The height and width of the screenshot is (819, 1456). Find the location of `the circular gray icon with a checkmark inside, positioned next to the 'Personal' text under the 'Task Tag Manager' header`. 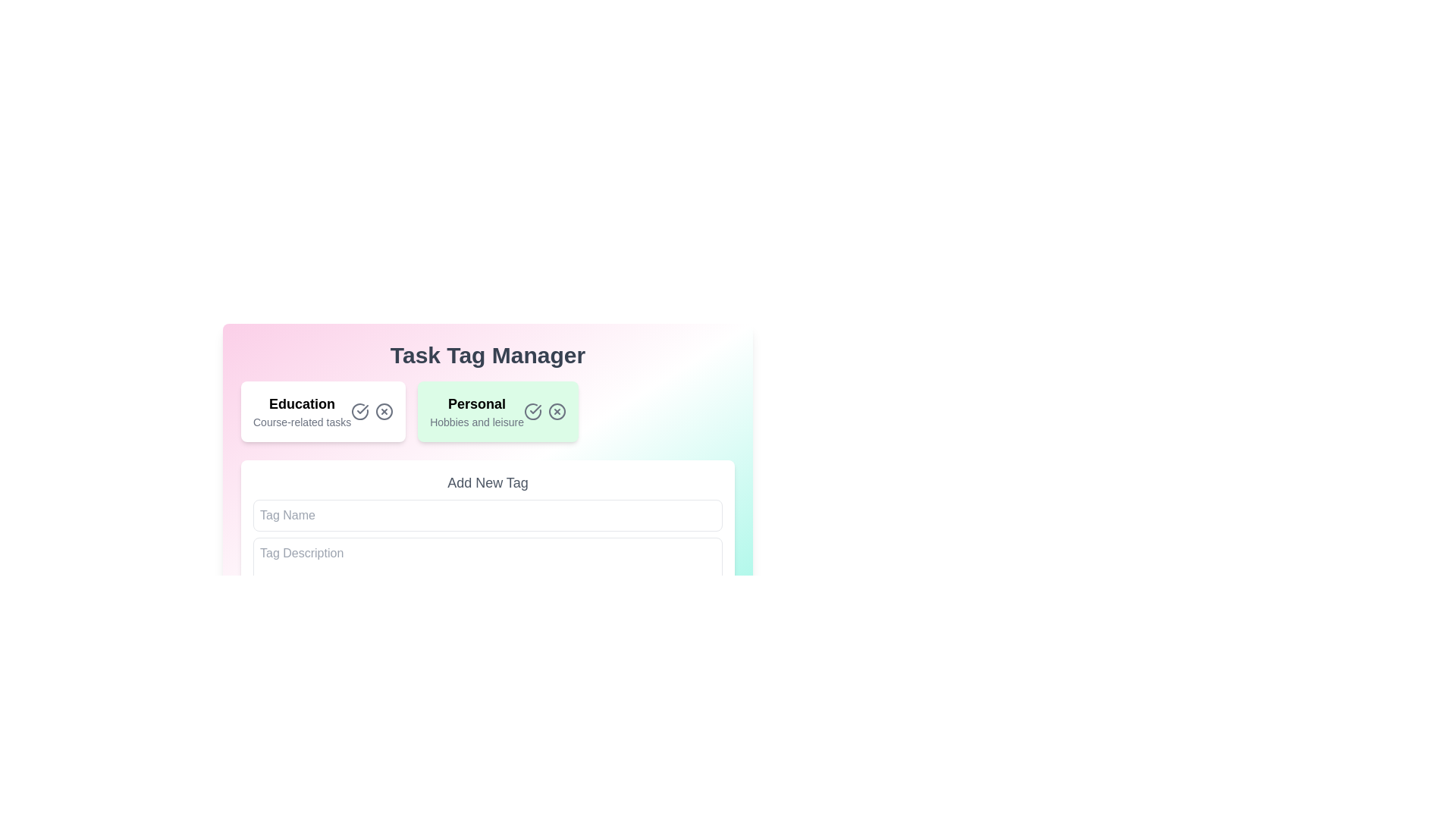

the circular gray icon with a checkmark inside, positioned next to the 'Personal' text under the 'Task Tag Manager' header is located at coordinates (359, 412).